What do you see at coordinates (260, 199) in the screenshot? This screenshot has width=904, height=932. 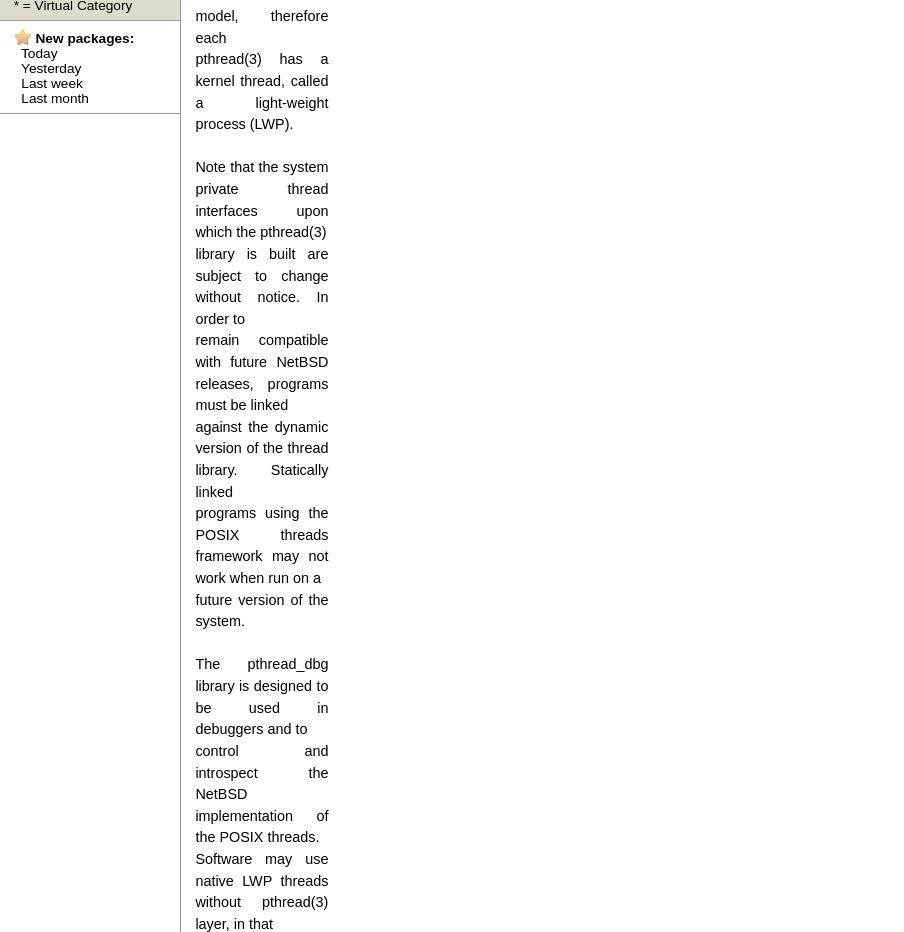 I see `'Note that the system private thread interfaces upon which the pthread(3)'` at bounding box center [260, 199].